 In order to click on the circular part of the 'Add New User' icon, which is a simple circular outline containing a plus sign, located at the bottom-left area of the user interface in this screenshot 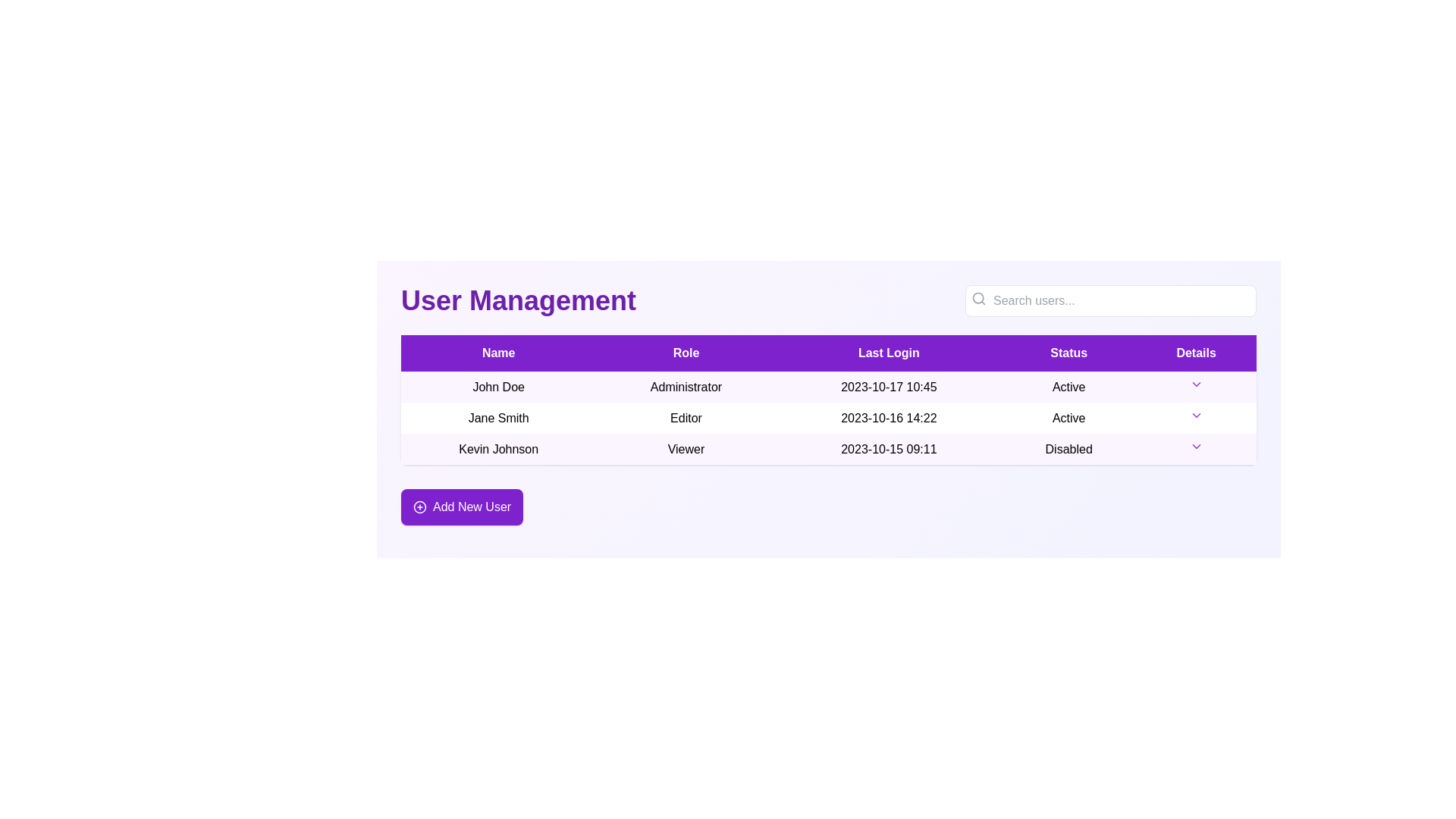, I will do `click(419, 507)`.